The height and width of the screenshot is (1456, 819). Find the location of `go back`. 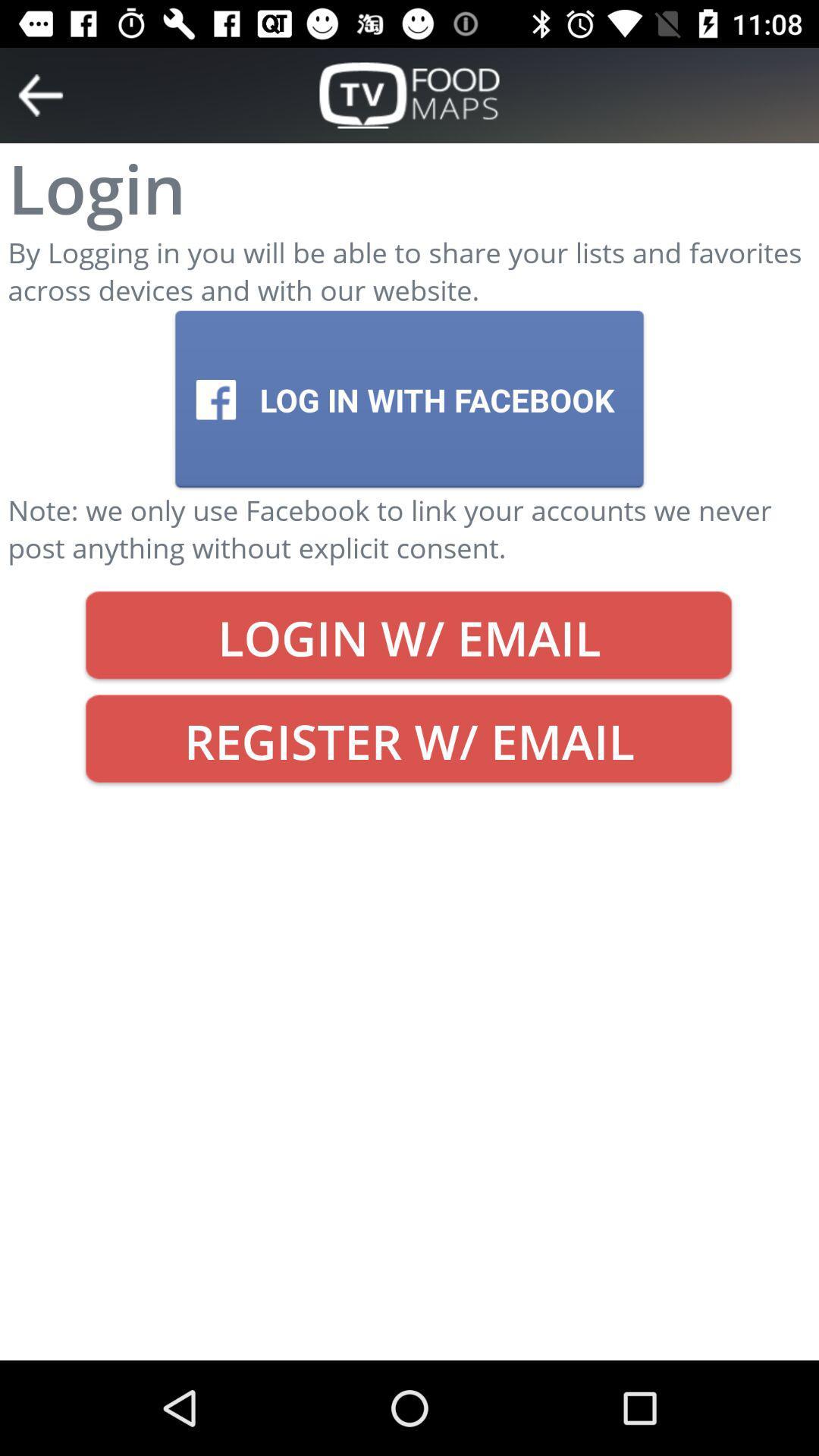

go back is located at coordinates (40, 94).